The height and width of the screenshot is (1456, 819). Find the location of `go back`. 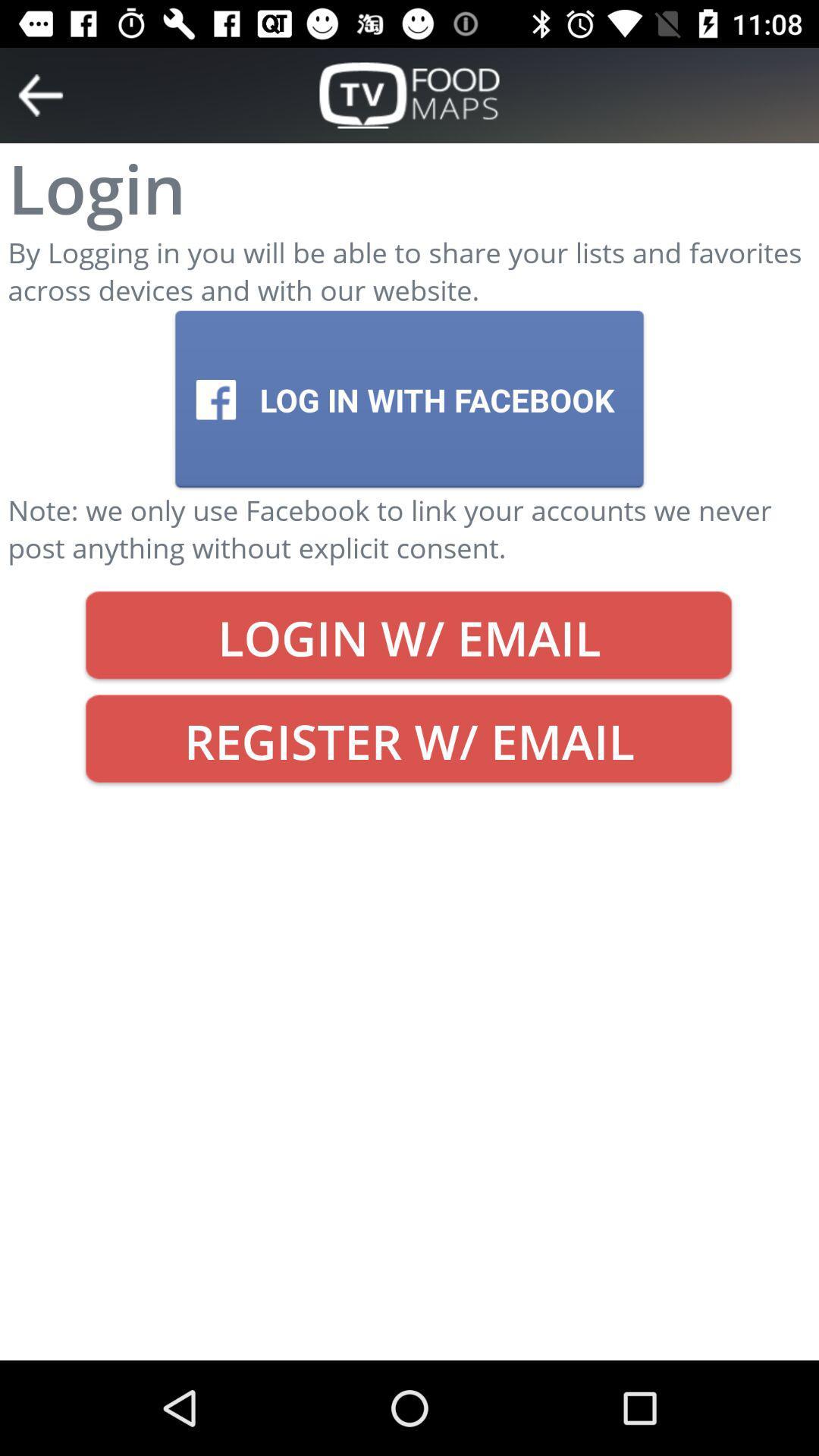

go back is located at coordinates (40, 94).